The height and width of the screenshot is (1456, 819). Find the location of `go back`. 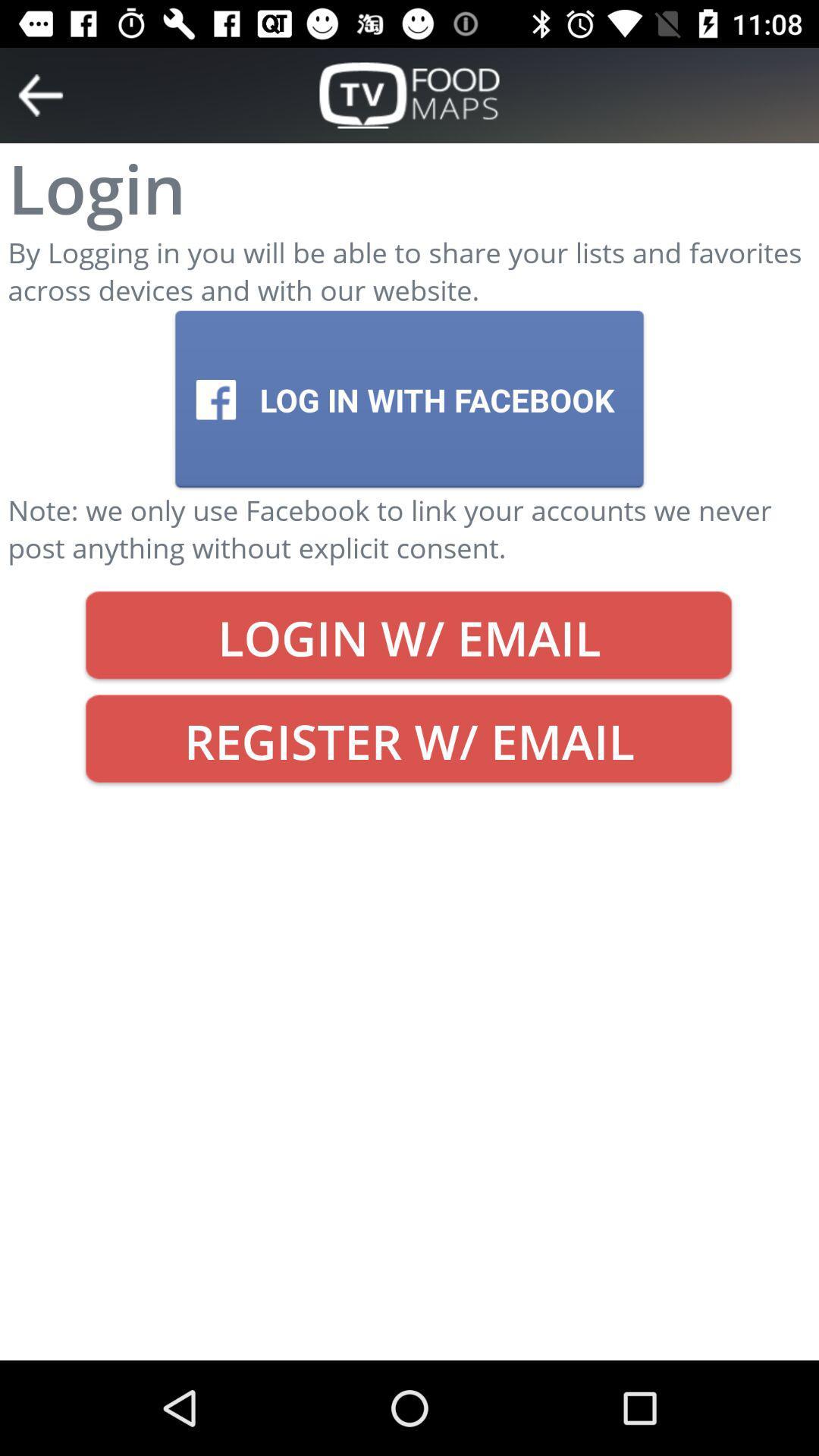

go back is located at coordinates (40, 94).